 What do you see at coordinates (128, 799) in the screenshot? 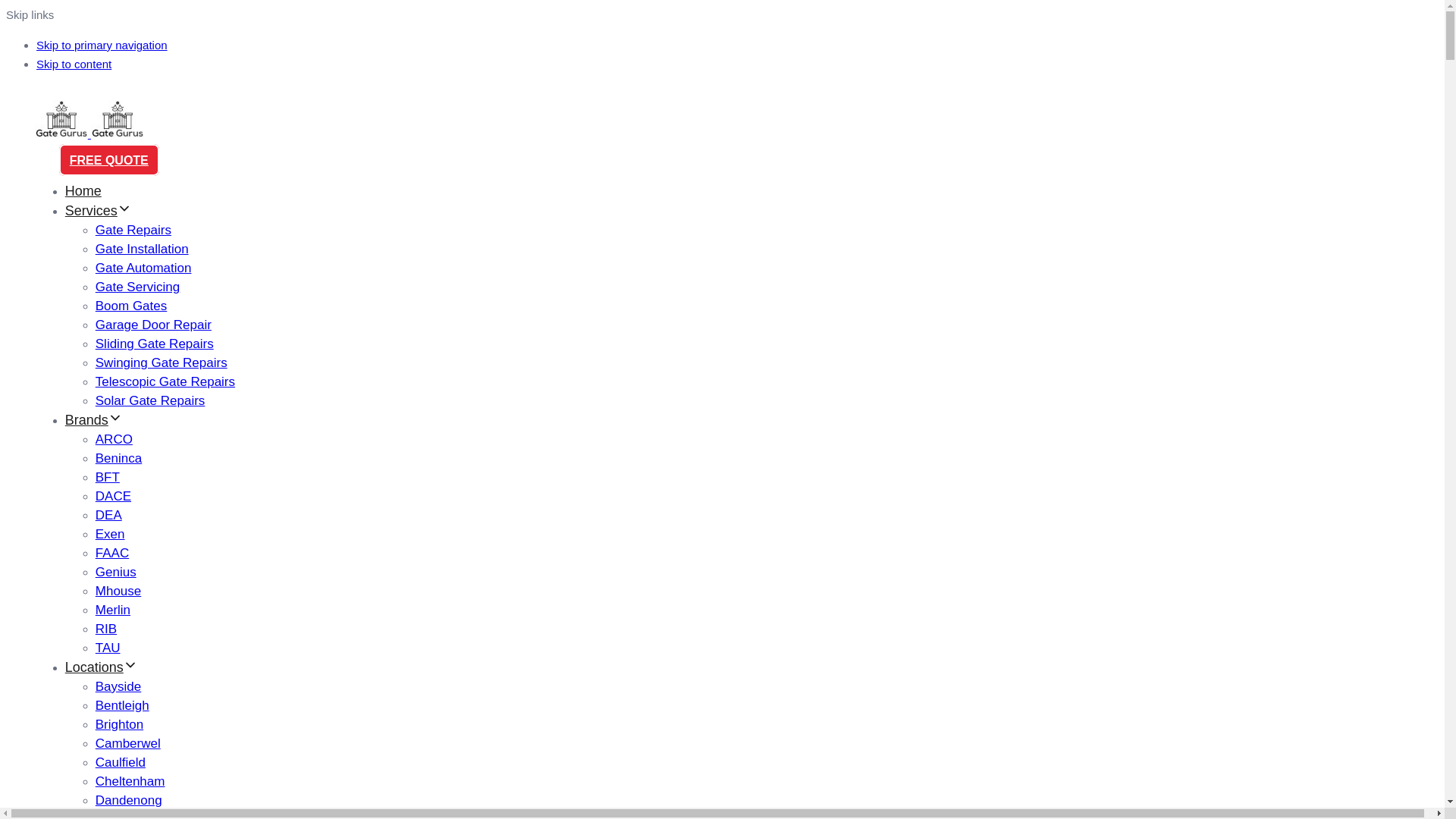
I see `'Dandenong'` at bounding box center [128, 799].